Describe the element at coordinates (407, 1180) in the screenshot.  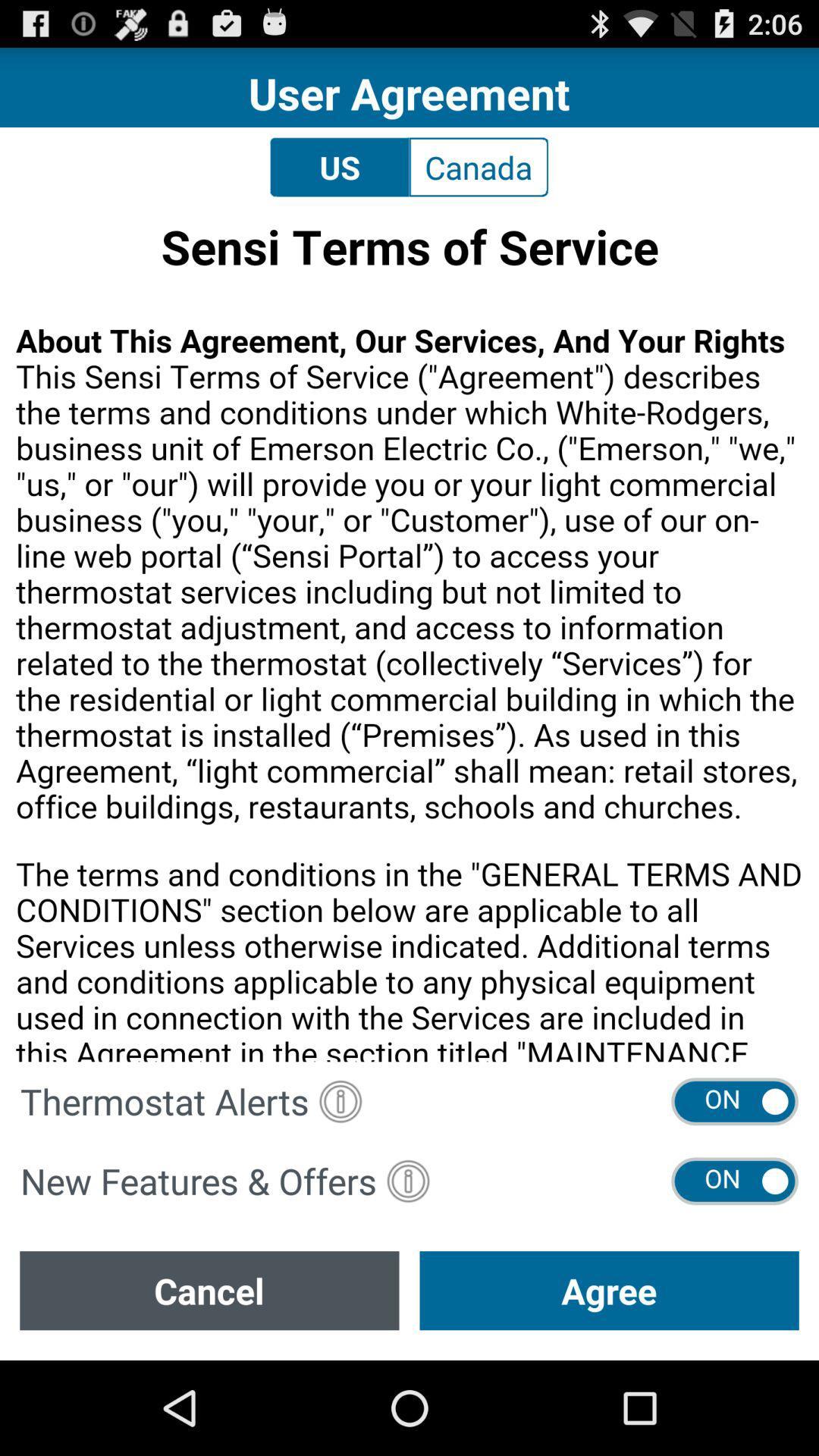
I see `more information button` at that location.